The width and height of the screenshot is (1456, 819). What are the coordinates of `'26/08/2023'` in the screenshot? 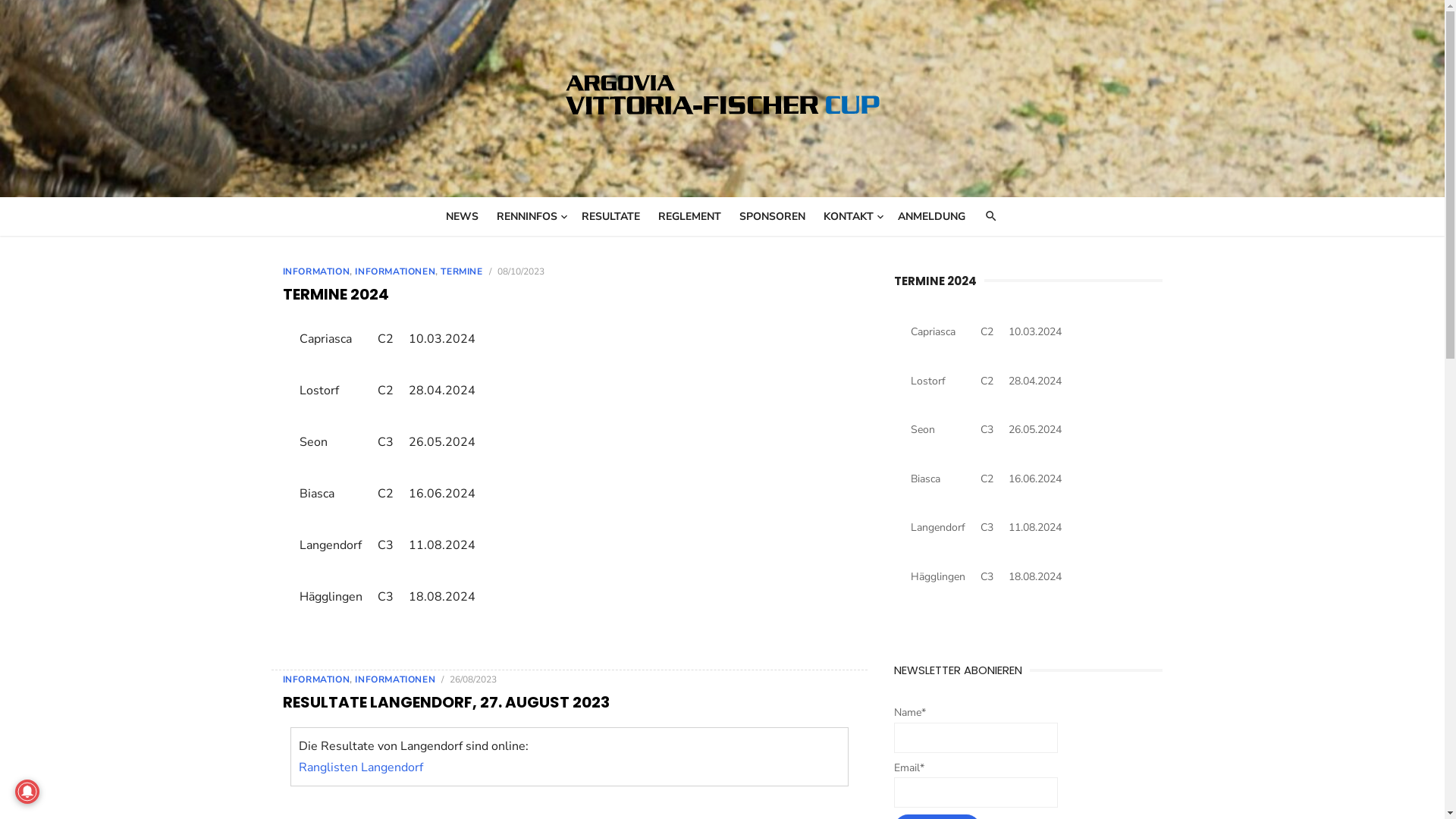 It's located at (472, 678).